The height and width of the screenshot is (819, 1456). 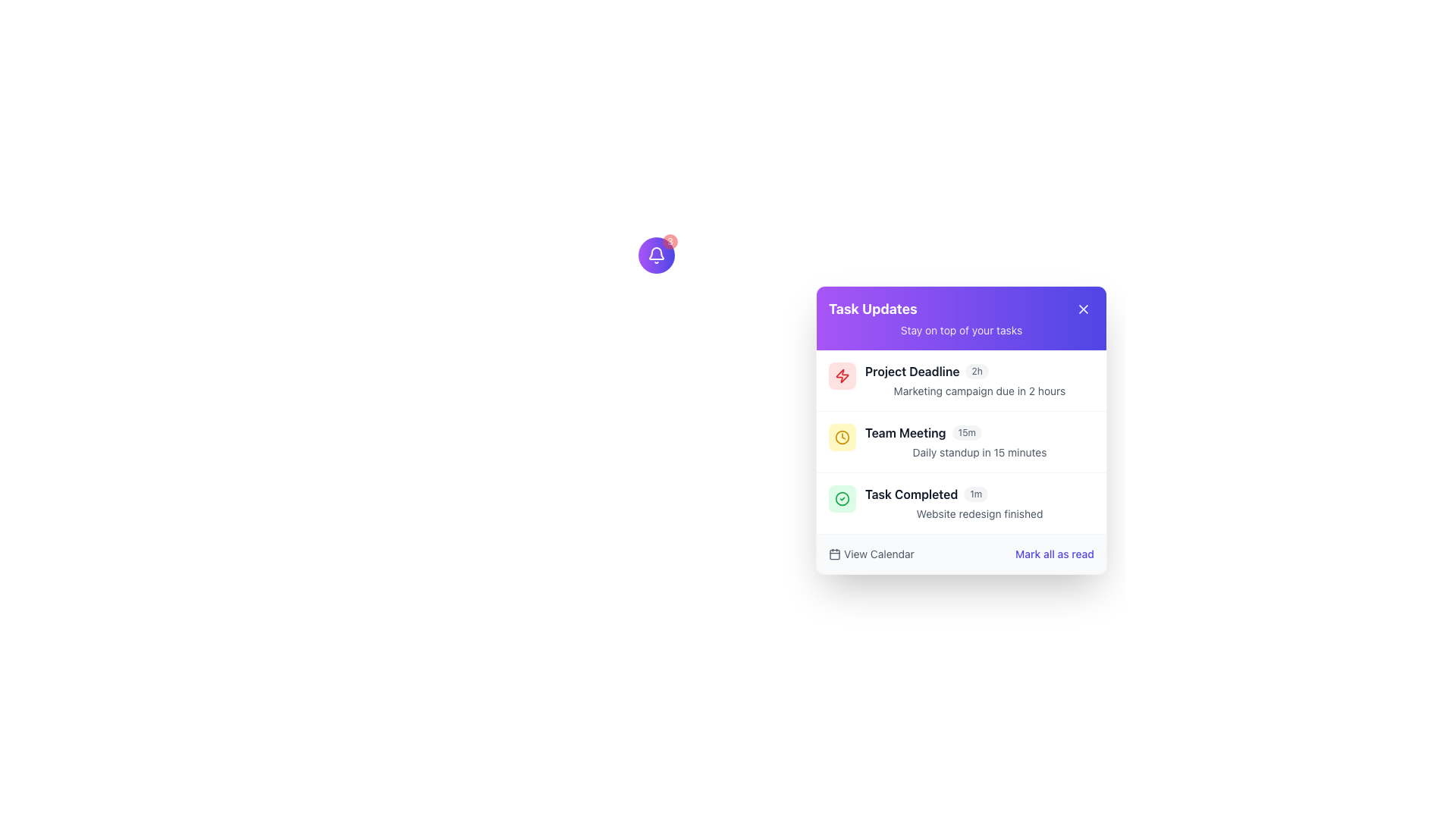 What do you see at coordinates (656, 254) in the screenshot?
I see `the circular notification button with a gradient background and a bell icon` at bounding box center [656, 254].